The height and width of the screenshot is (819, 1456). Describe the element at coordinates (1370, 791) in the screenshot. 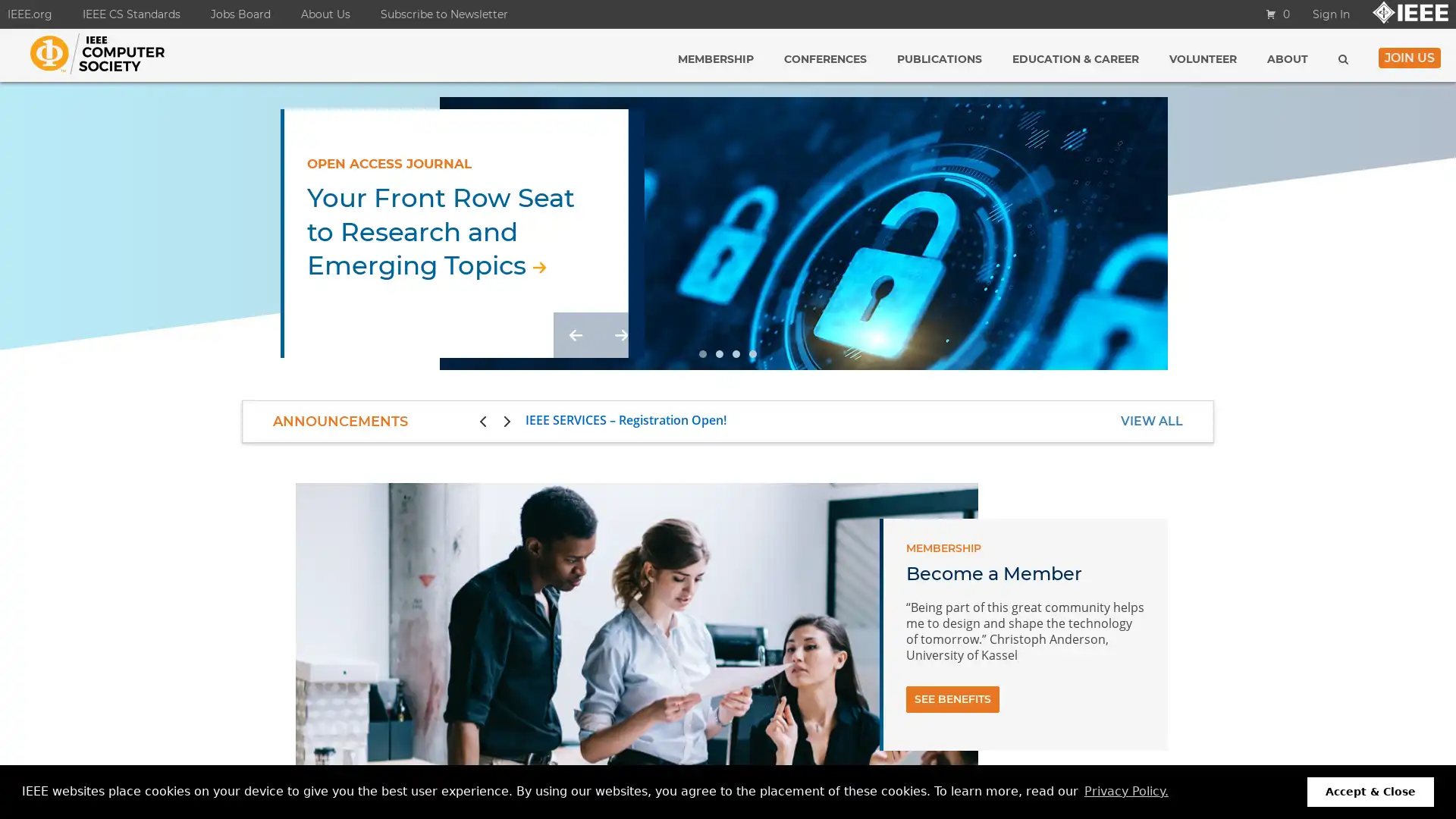

I see `dismiss cookie message` at that location.